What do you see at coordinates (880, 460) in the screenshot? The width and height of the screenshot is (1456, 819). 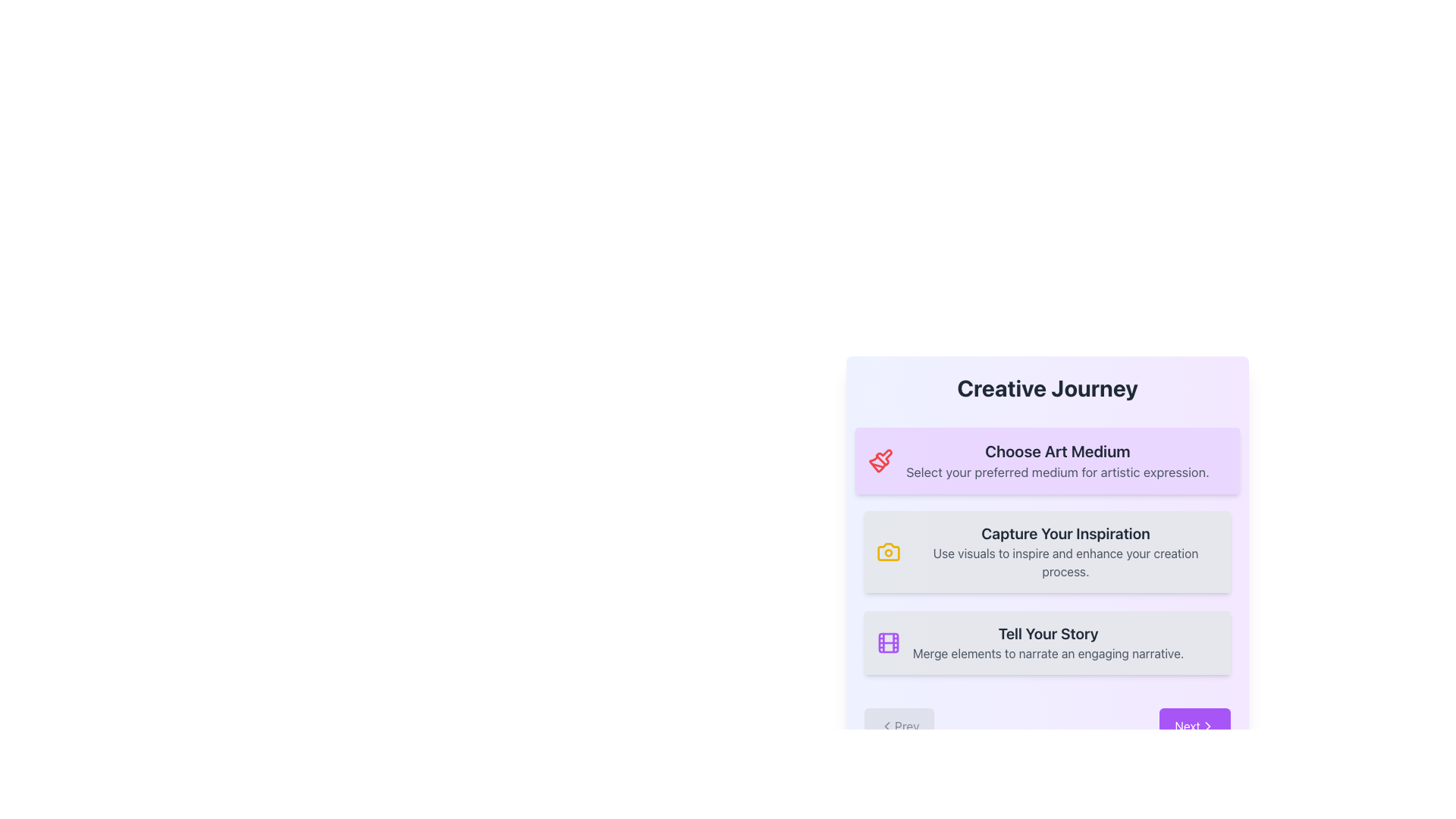 I see `the decorative icon representing the action of choosing an art medium, located to the left of the text 'Choose Art Medium' in the first item of the list under 'Creative Journey'` at bounding box center [880, 460].